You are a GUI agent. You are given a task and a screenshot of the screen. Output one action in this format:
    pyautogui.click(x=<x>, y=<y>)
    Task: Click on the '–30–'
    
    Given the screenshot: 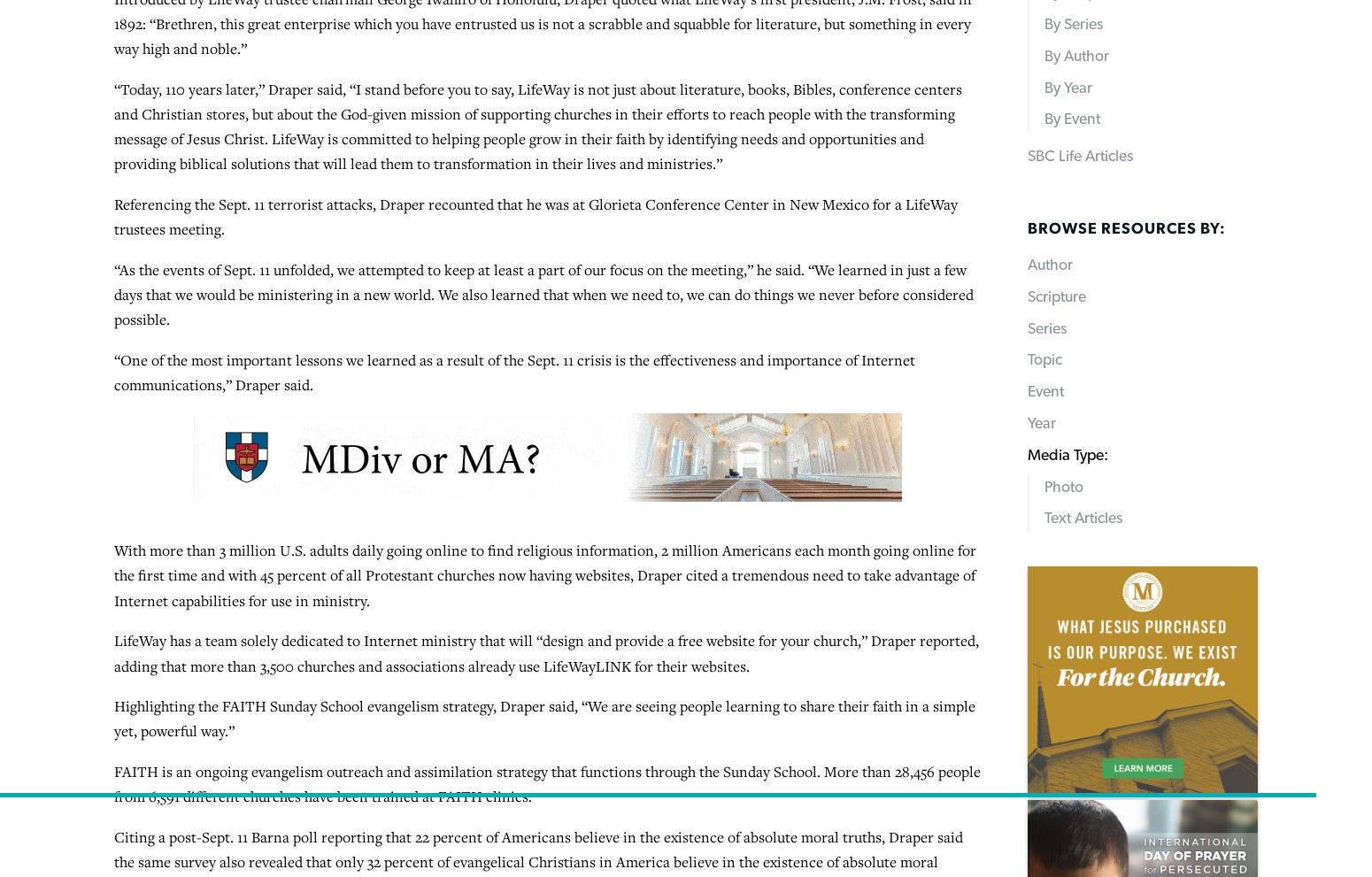 What is the action you would take?
    pyautogui.click(x=128, y=330)
    